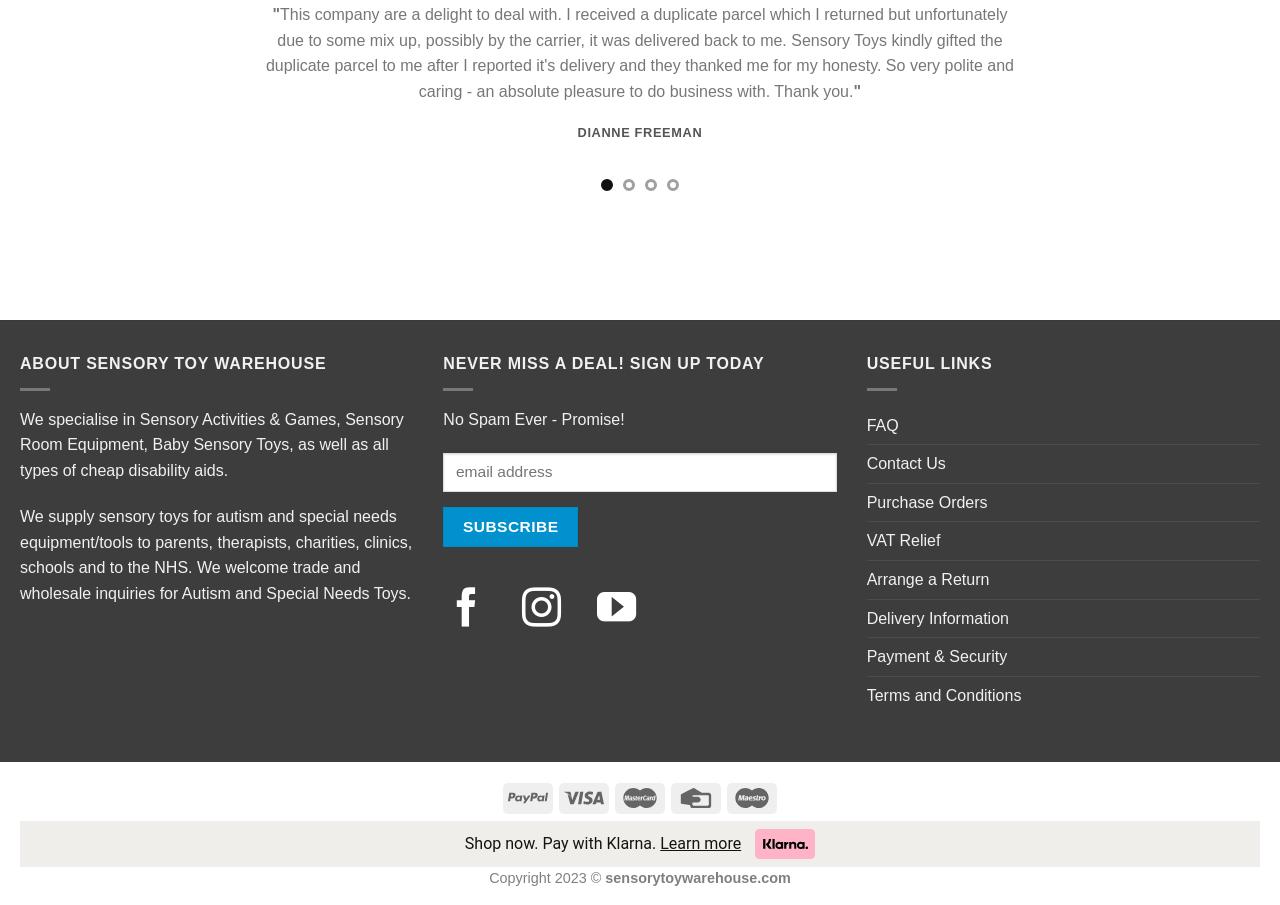 Image resolution: width=1280 pixels, height=905 pixels. I want to click on 'Terms and Conditions', so click(942, 694).